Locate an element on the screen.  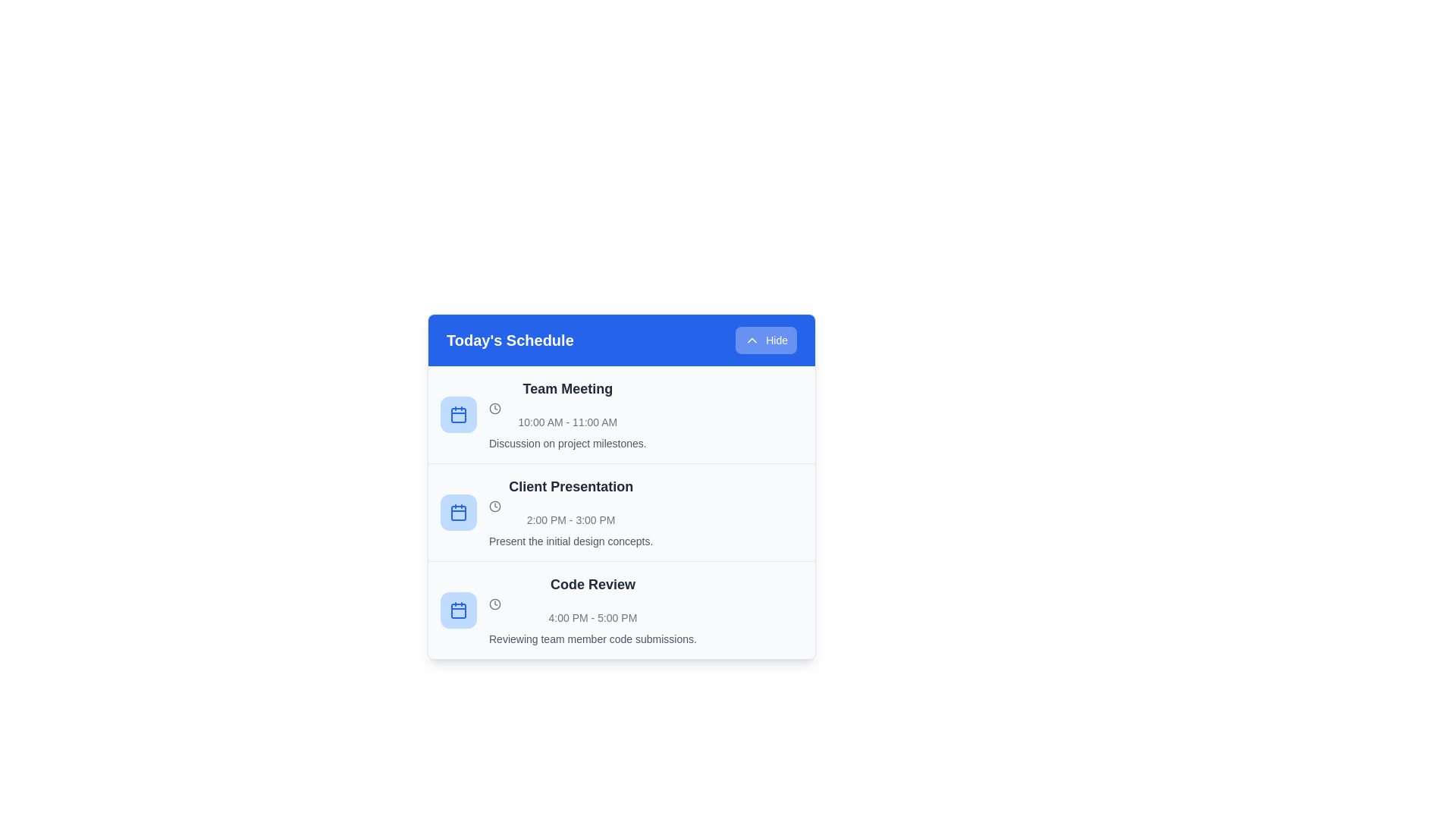
the third list item in the schedule interface, which features a bold title 'Code Review', a time range of '4:00 PM - 5:00 PM', and a description 'Reviewing team member code submissions.' along with a blue circular calendar icon is located at coordinates (622, 610).